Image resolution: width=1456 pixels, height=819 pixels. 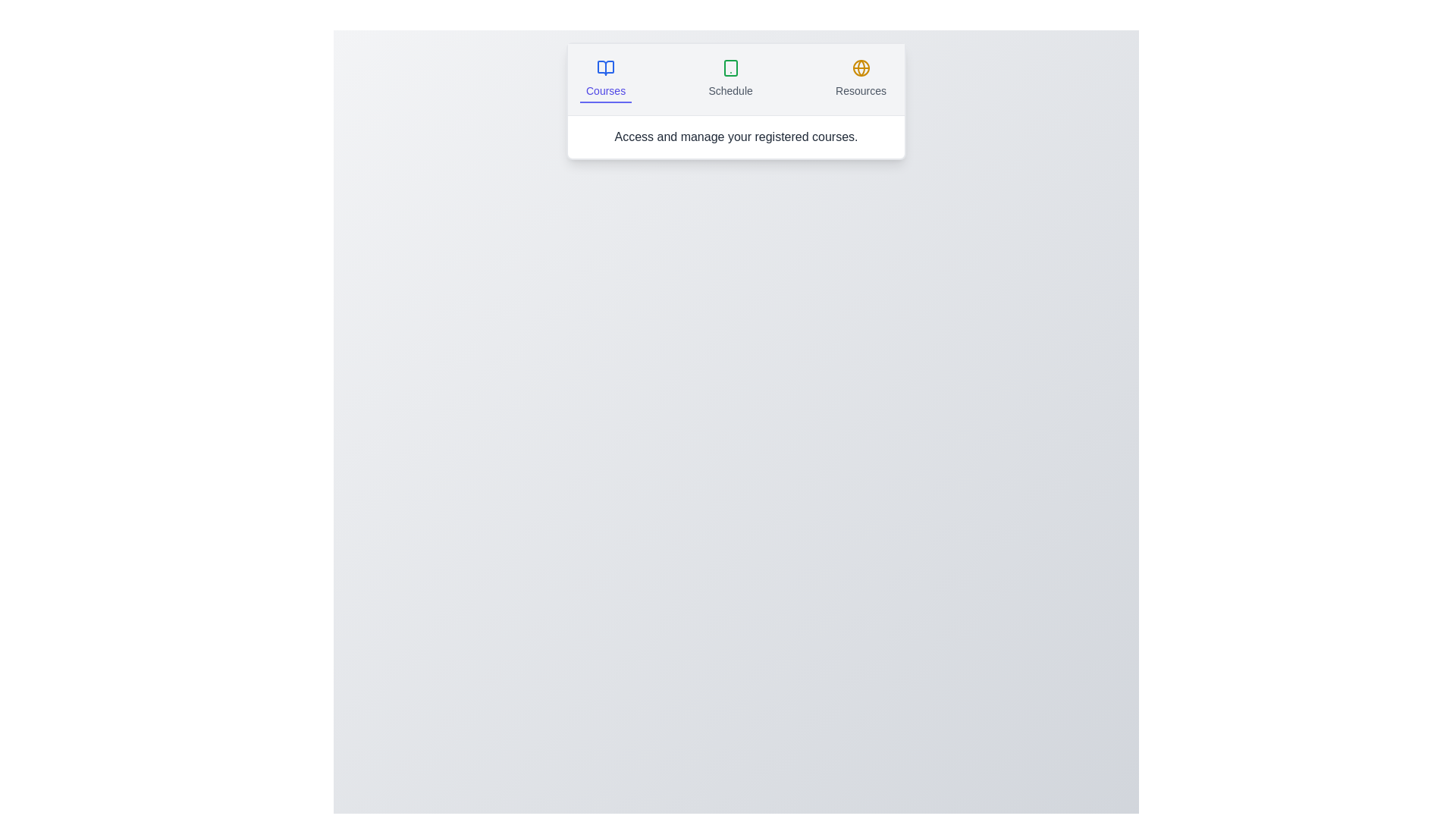 I want to click on the tab labeled Resources, so click(x=860, y=79).